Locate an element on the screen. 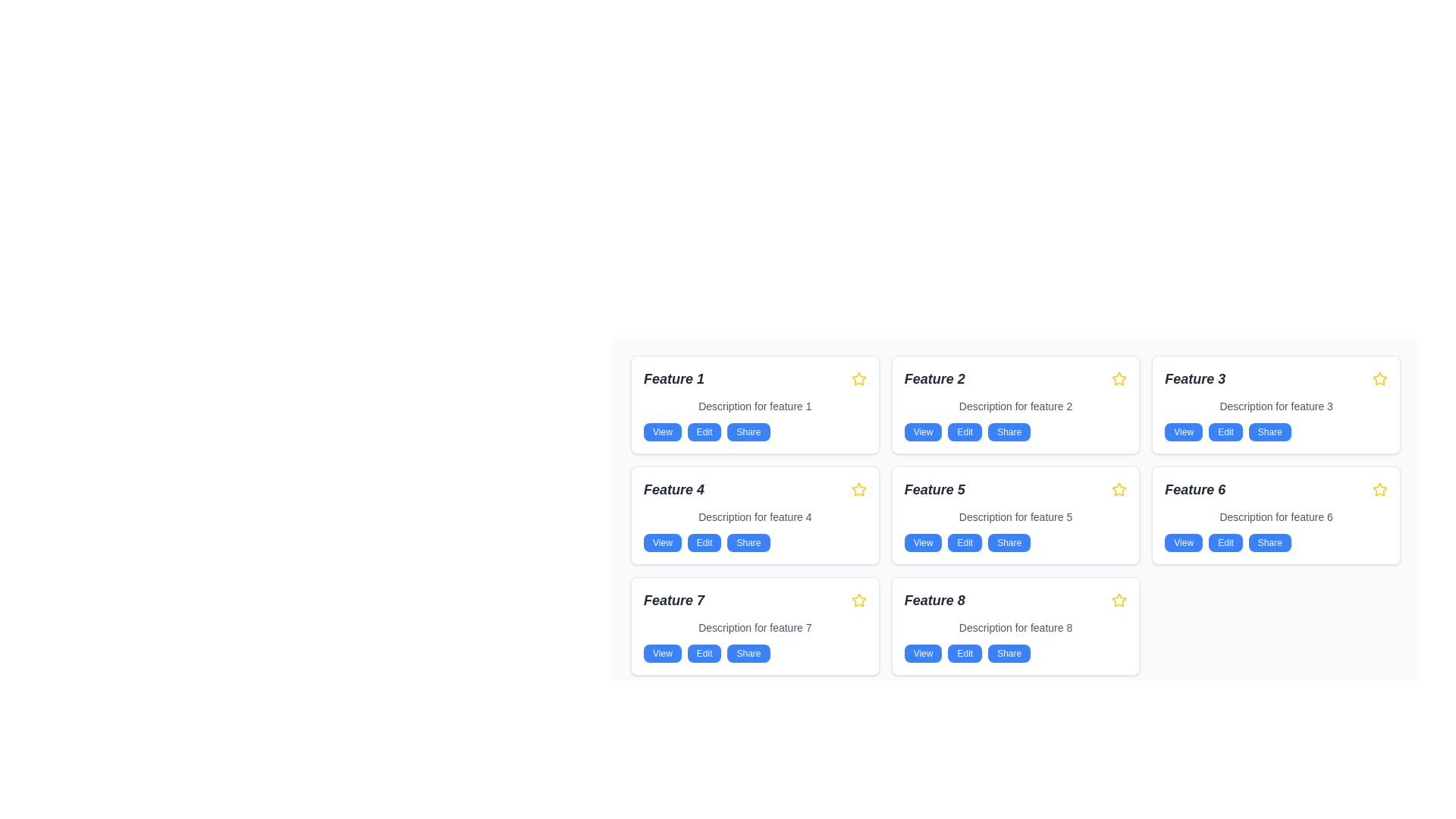 The height and width of the screenshot is (819, 1456). the 'Share' button, which is a blue button with white text and a rounded rectangle shape, located in the action button group under 'Feature 2' is located at coordinates (1009, 432).